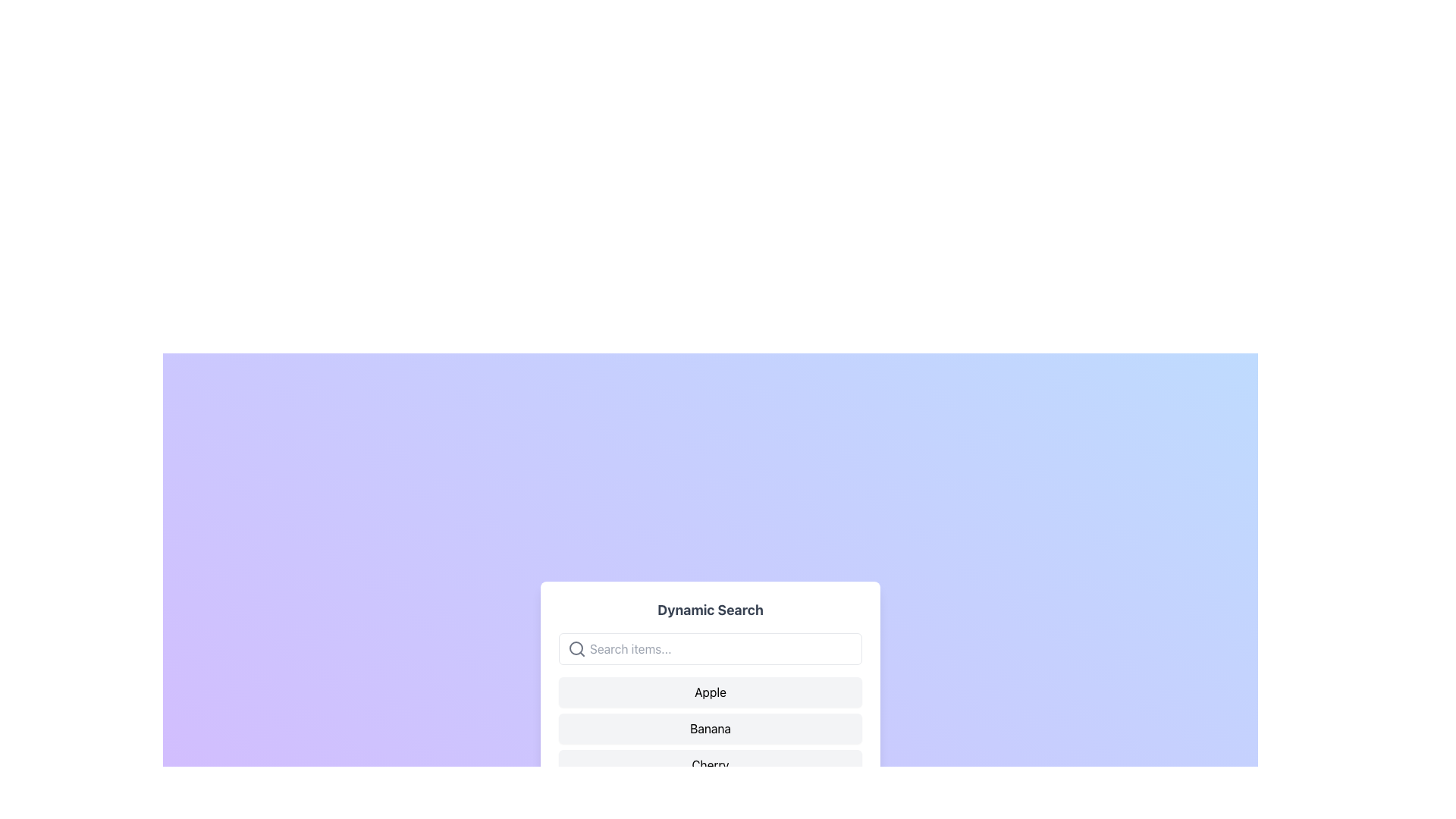 The height and width of the screenshot is (819, 1456). Describe the element at coordinates (709, 727) in the screenshot. I see `the List item labeled 'Banana', which is the second option in a vertical list, positioned below 'Apple' and above 'Cherry'` at that location.